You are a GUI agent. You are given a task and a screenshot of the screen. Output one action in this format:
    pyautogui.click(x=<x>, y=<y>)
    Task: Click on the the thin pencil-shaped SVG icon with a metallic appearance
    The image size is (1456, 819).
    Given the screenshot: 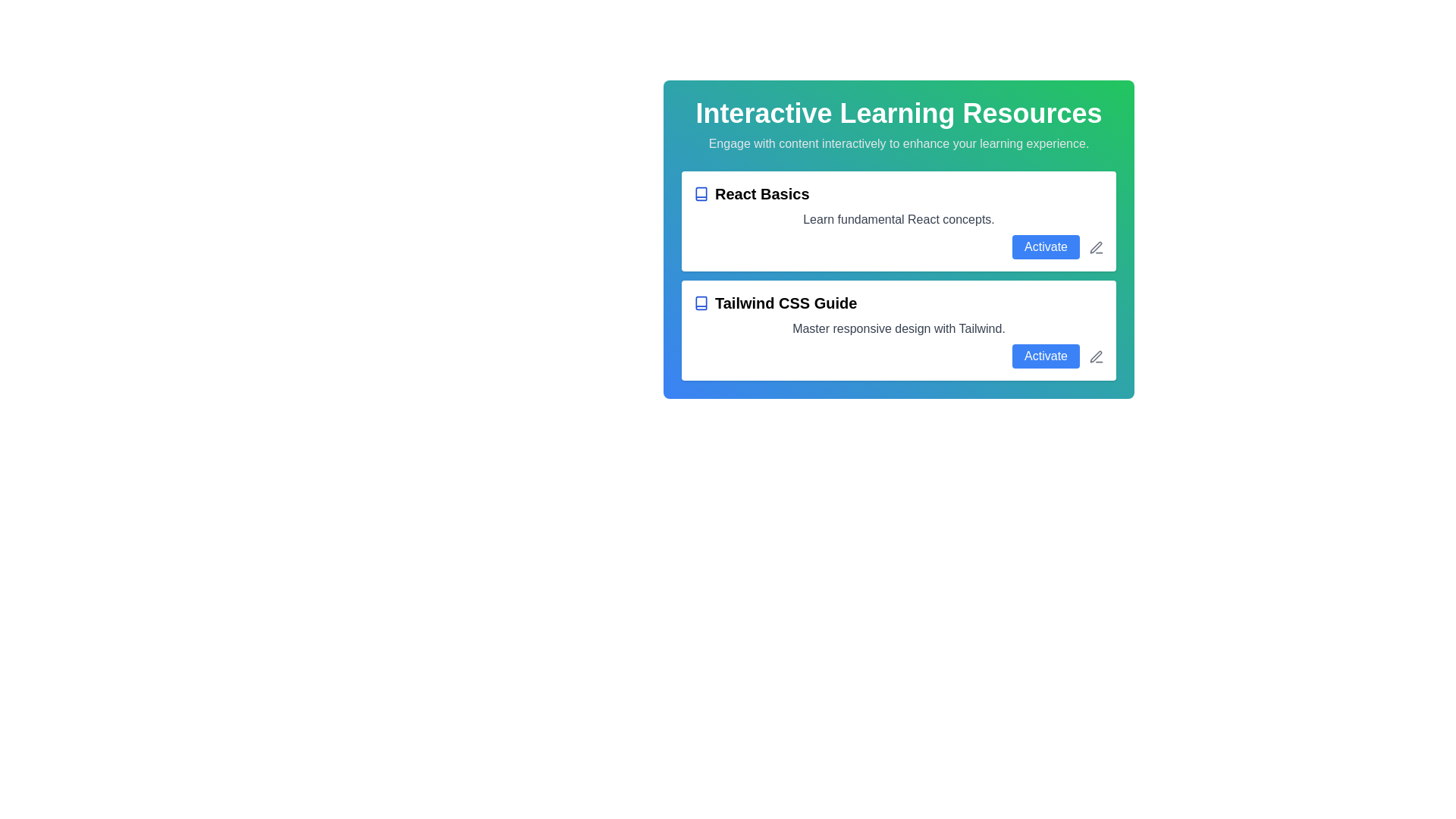 What is the action you would take?
    pyautogui.click(x=1096, y=246)
    